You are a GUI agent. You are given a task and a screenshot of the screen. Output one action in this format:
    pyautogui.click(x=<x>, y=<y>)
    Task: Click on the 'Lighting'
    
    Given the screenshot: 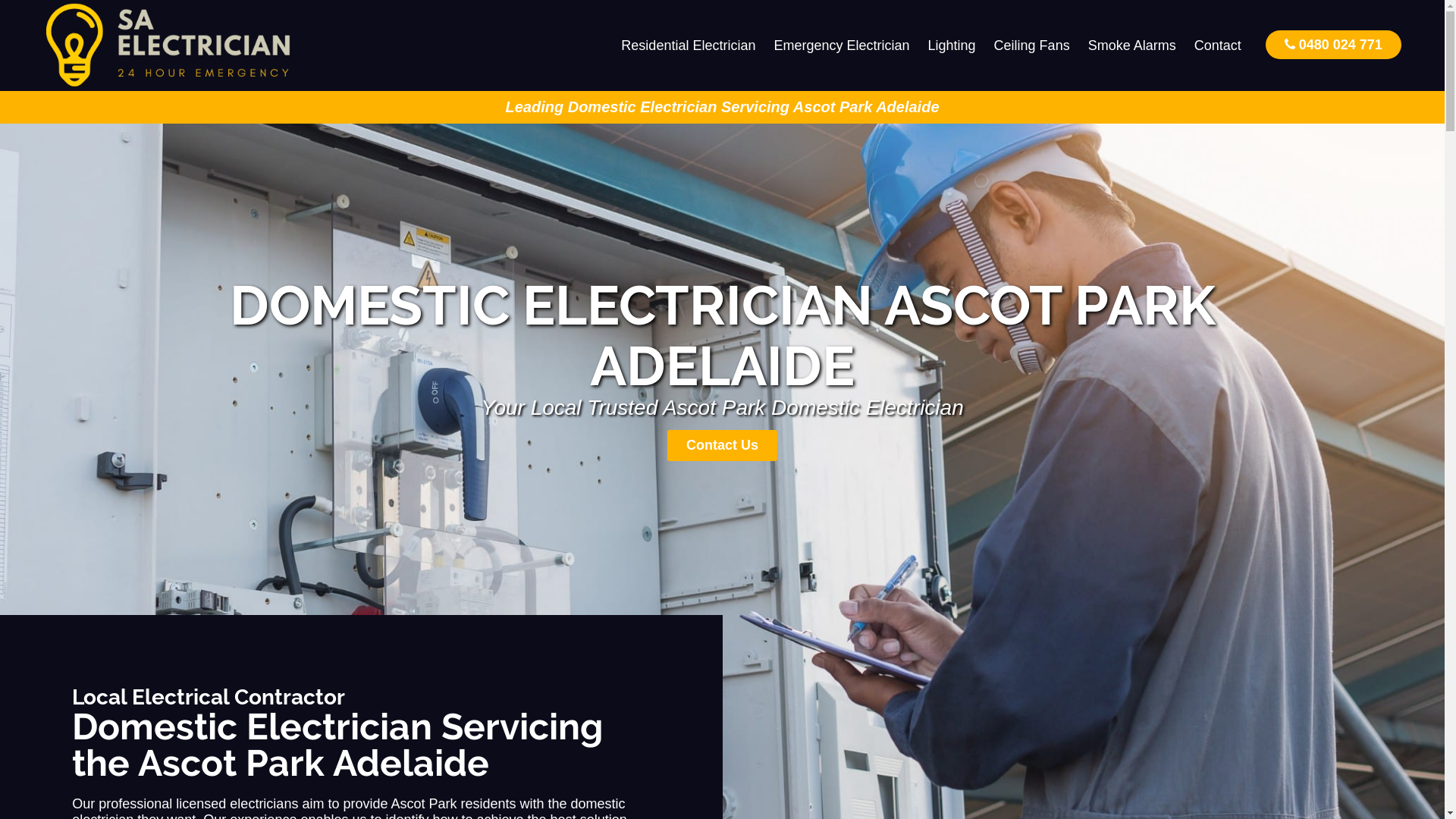 What is the action you would take?
    pyautogui.click(x=951, y=45)
    